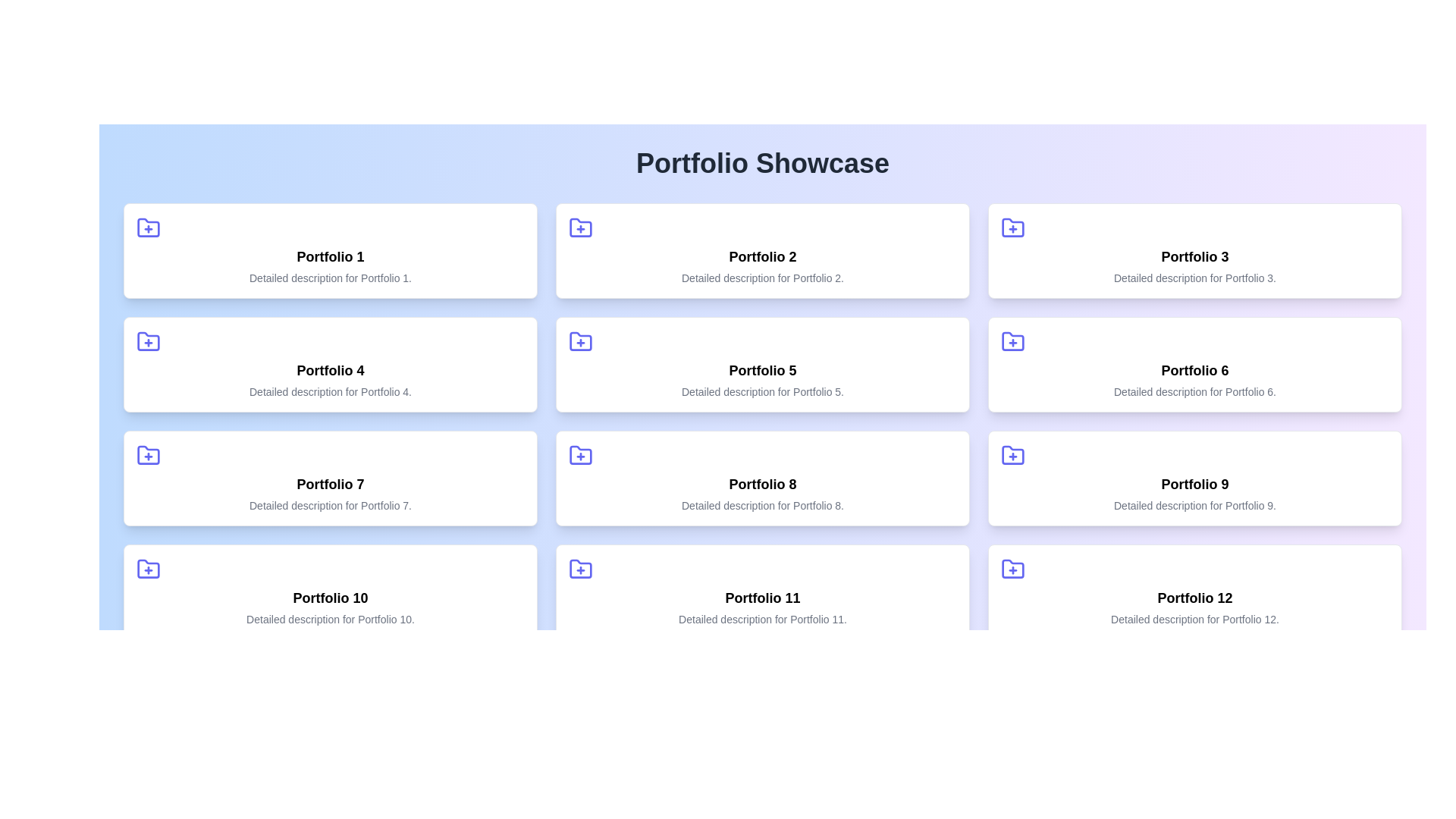  Describe the element at coordinates (763, 391) in the screenshot. I see `the text that reads 'Detailed description for Portfolio 5.' located at the bottom of the card titled 'Portfolio 5'` at that location.